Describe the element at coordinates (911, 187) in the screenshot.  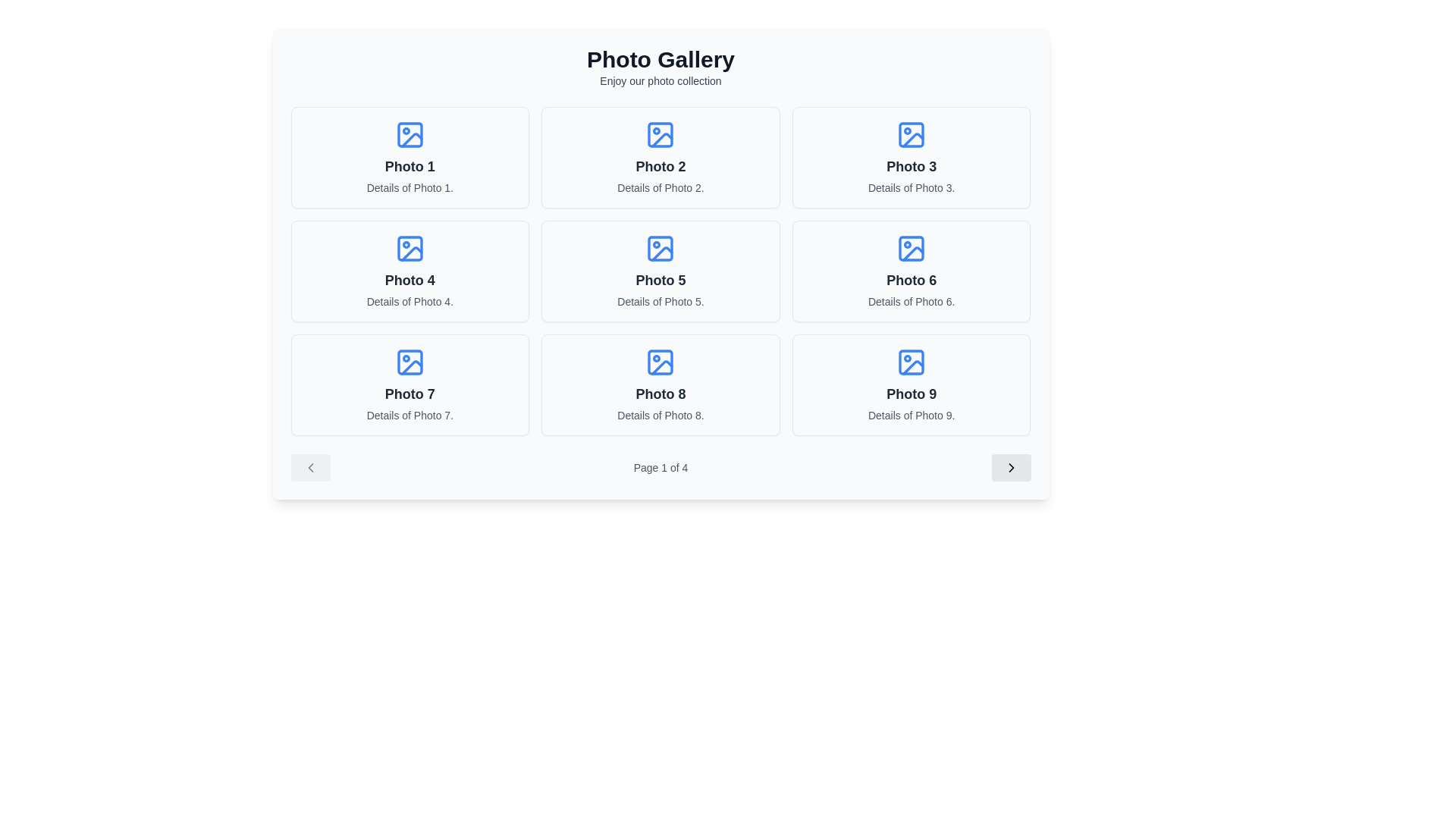
I see `the descriptive Text label for 'Photo 3', which is located in the top row, third column of the grid-like structure beneath the main label 'Photo 3'` at that location.